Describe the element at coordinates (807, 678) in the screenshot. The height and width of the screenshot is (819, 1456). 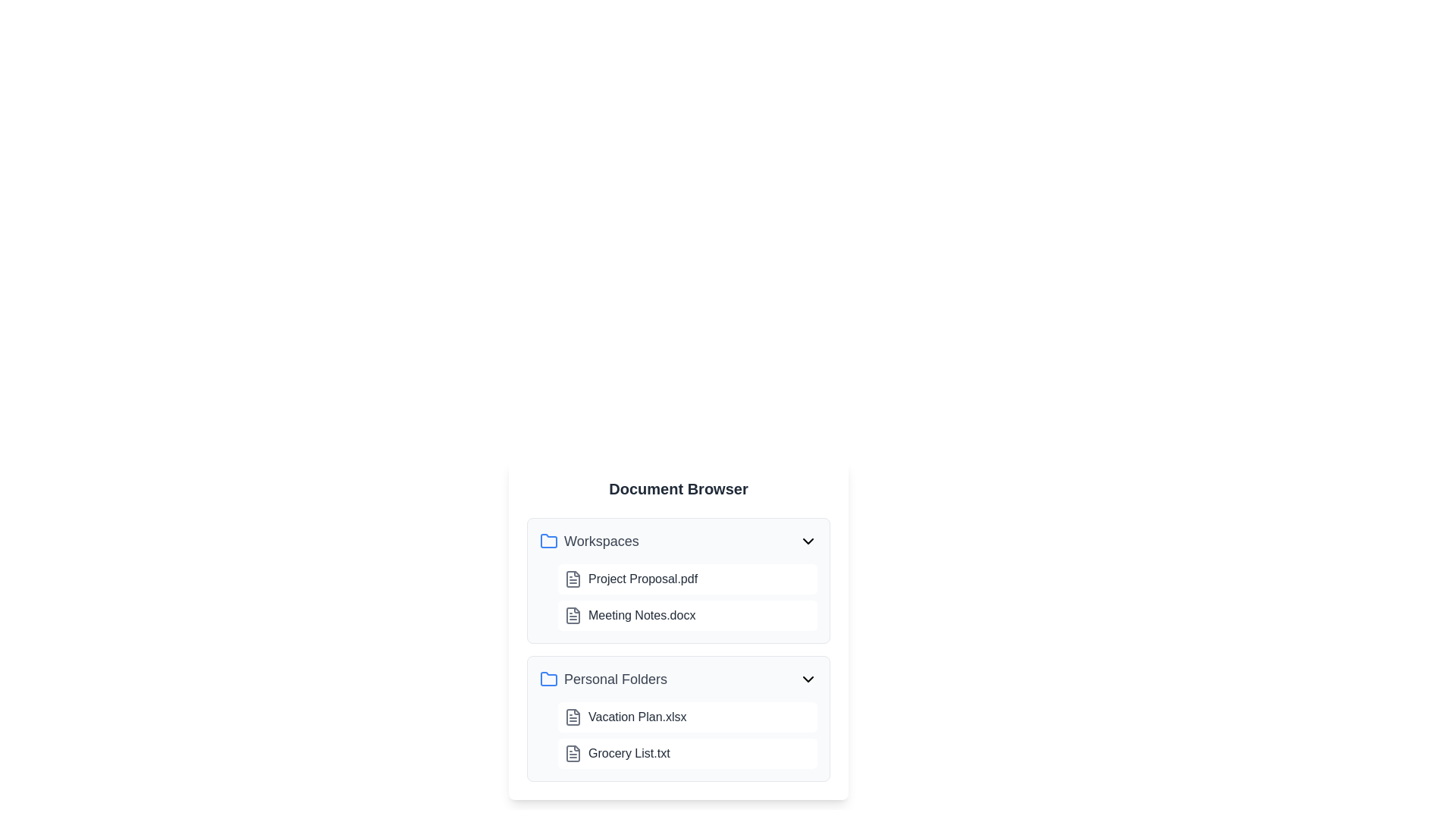
I see `the chevron-down icon button in the header bar of the 'Personal Folders' section` at that location.